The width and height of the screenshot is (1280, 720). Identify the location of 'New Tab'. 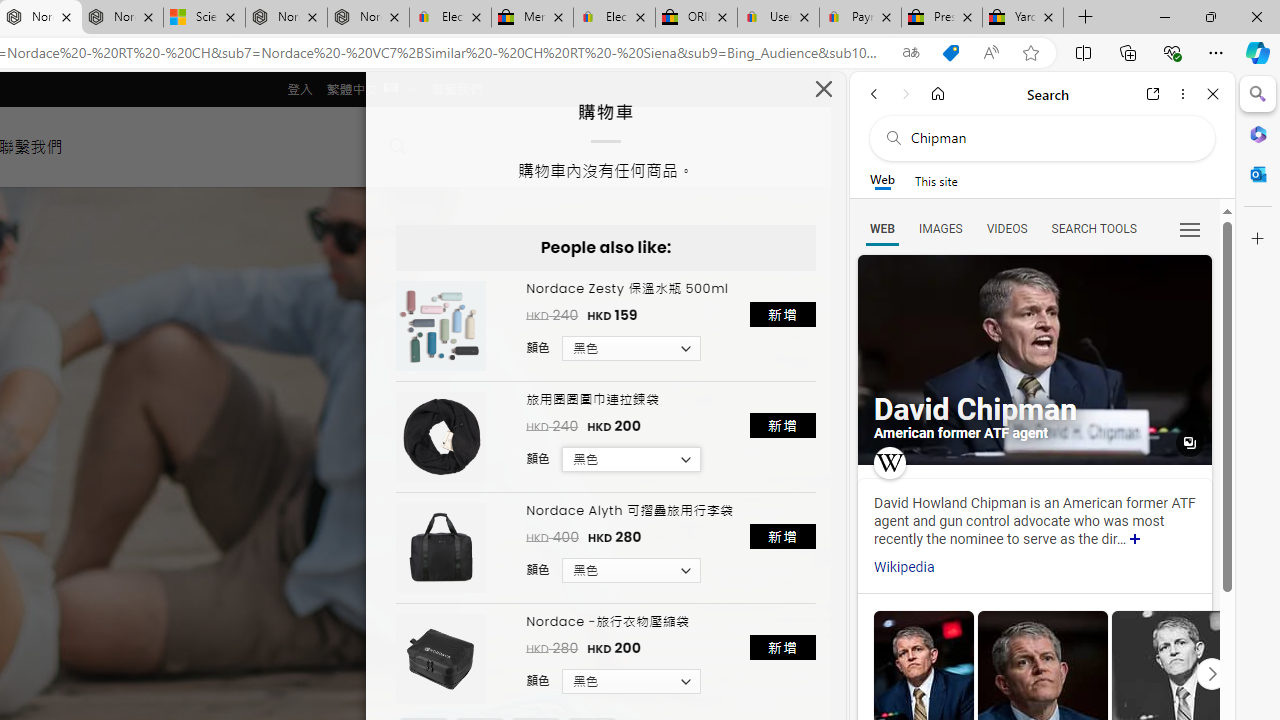
(1085, 17).